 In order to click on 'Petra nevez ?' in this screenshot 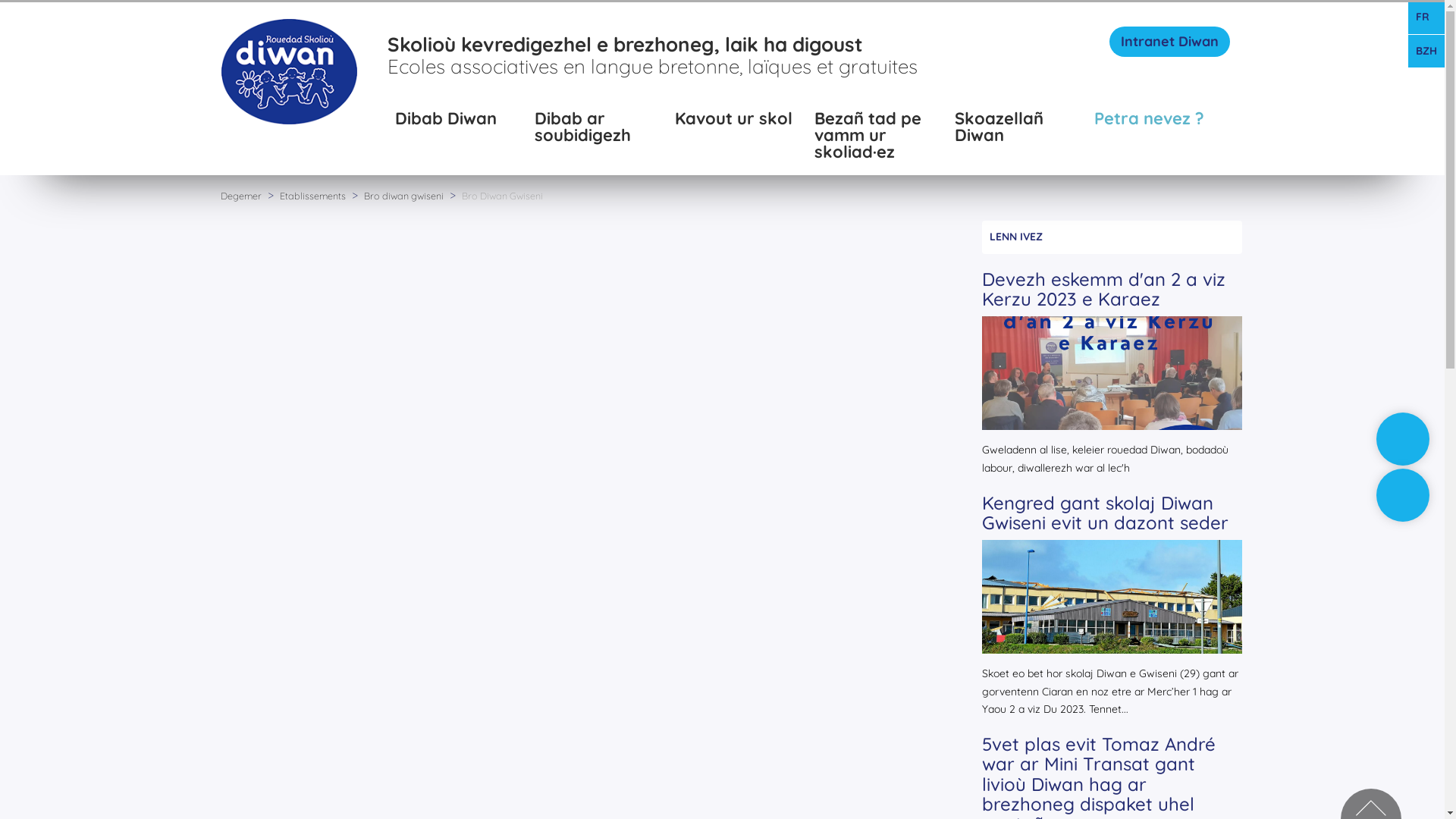, I will do `click(1156, 127)`.